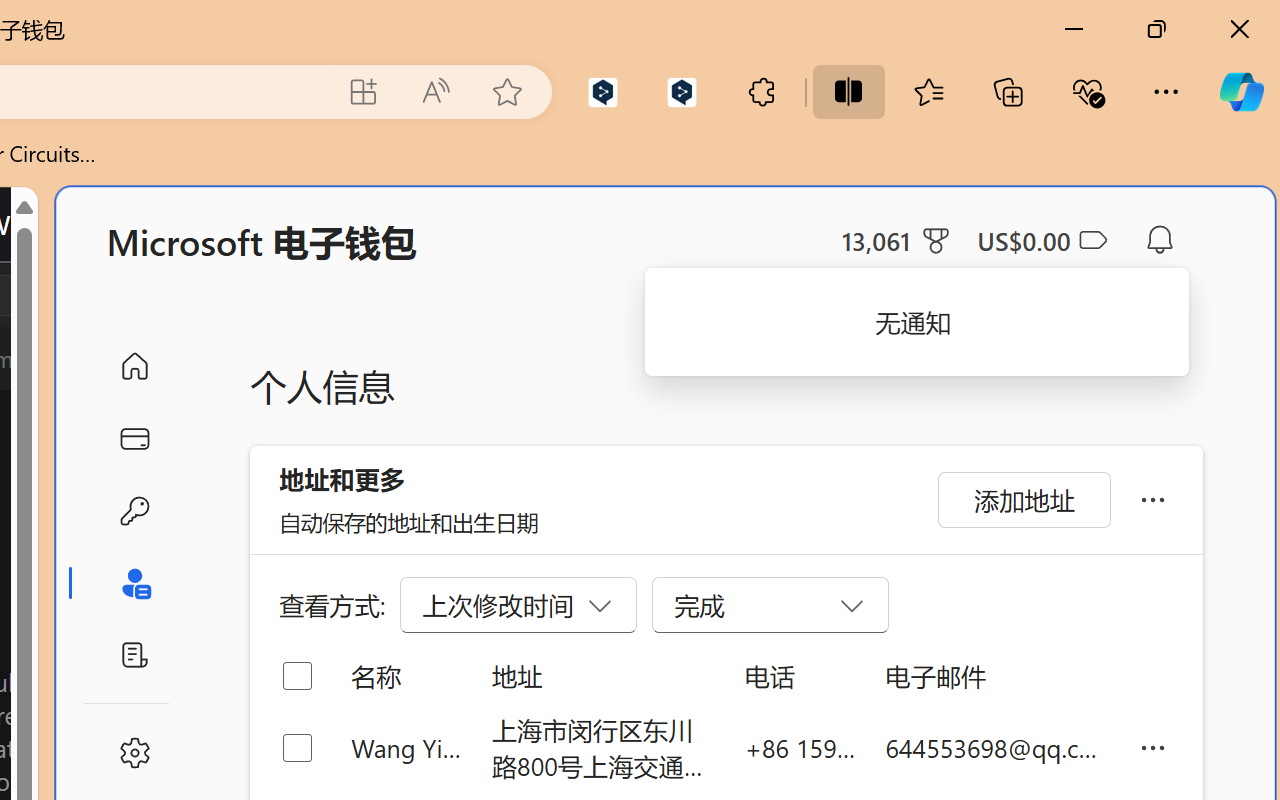 Image resolution: width=1280 pixels, height=800 pixels. What do you see at coordinates (1040, 239) in the screenshot?
I see `'Microsoft Cashback - US$0.00'` at bounding box center [1040, 239].